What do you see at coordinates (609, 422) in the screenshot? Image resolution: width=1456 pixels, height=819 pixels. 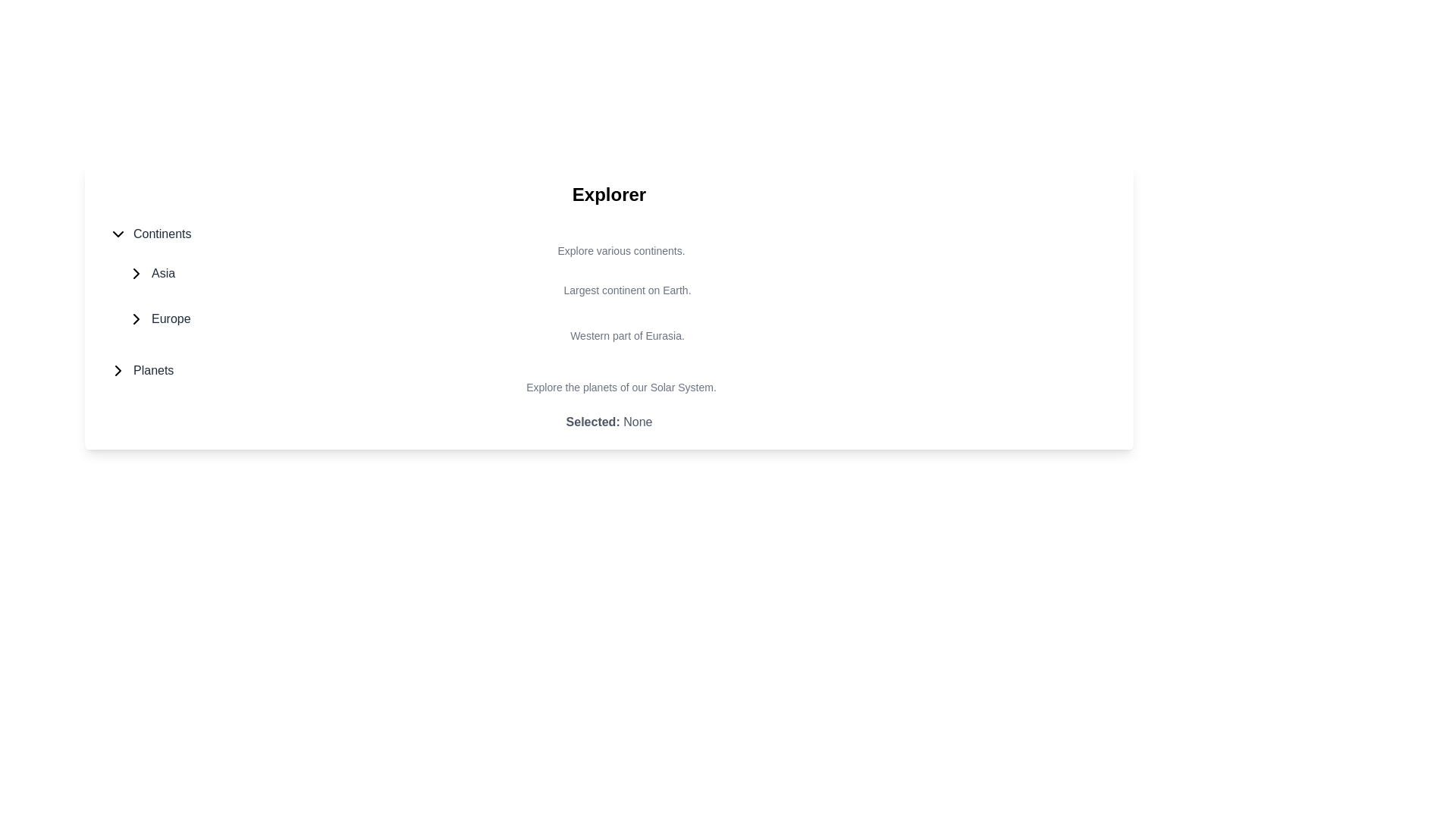 I see `the text label displaying 'Selected: None', which is prominently located at the bottom of the white card with rounded edges` at bounding box center [609, 422].